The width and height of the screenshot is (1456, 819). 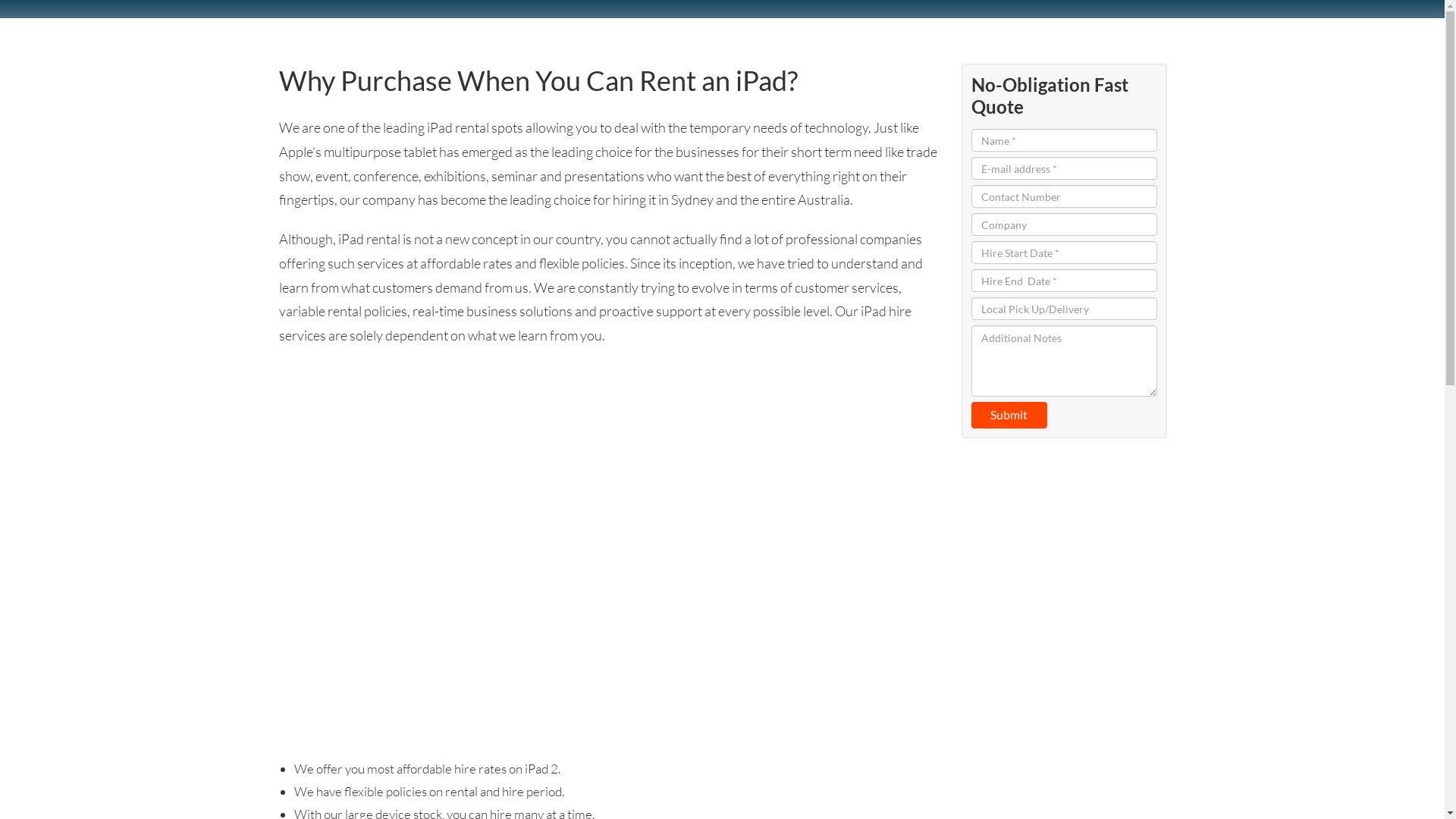 What do you see at coordinates (1008, 415) in the screenshot?
I see `'Submit'` at bounding box center [1008, 415].